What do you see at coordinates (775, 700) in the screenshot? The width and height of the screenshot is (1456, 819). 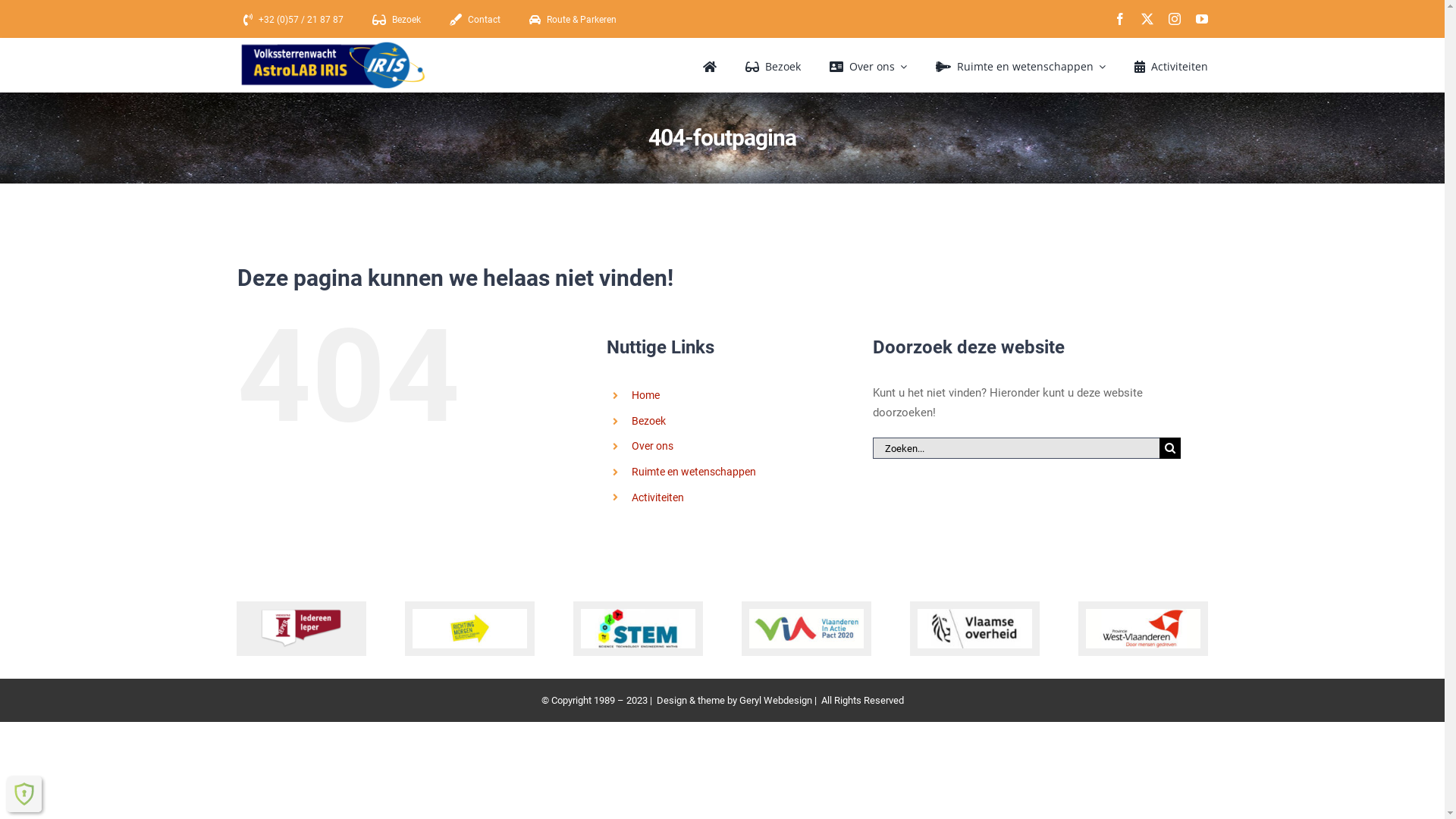 I see `'Geryl Webdesign'` at bounding box center [775, 700].